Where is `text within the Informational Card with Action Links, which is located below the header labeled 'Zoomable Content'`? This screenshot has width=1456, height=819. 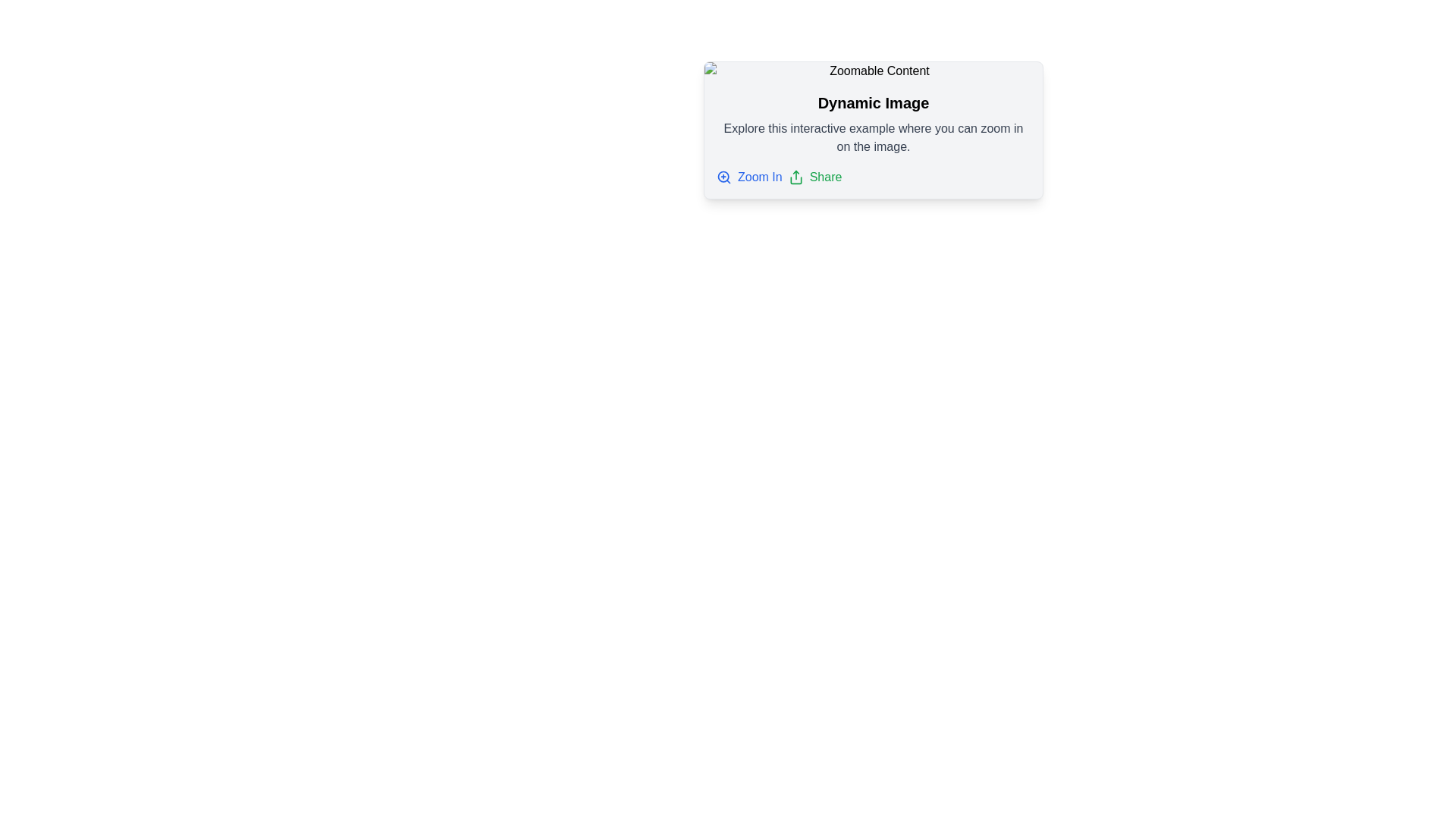
text within the Informational Card with Action Links, which is located below the header labeled 'Zoomable Content' is located at coordinates (874, 140).